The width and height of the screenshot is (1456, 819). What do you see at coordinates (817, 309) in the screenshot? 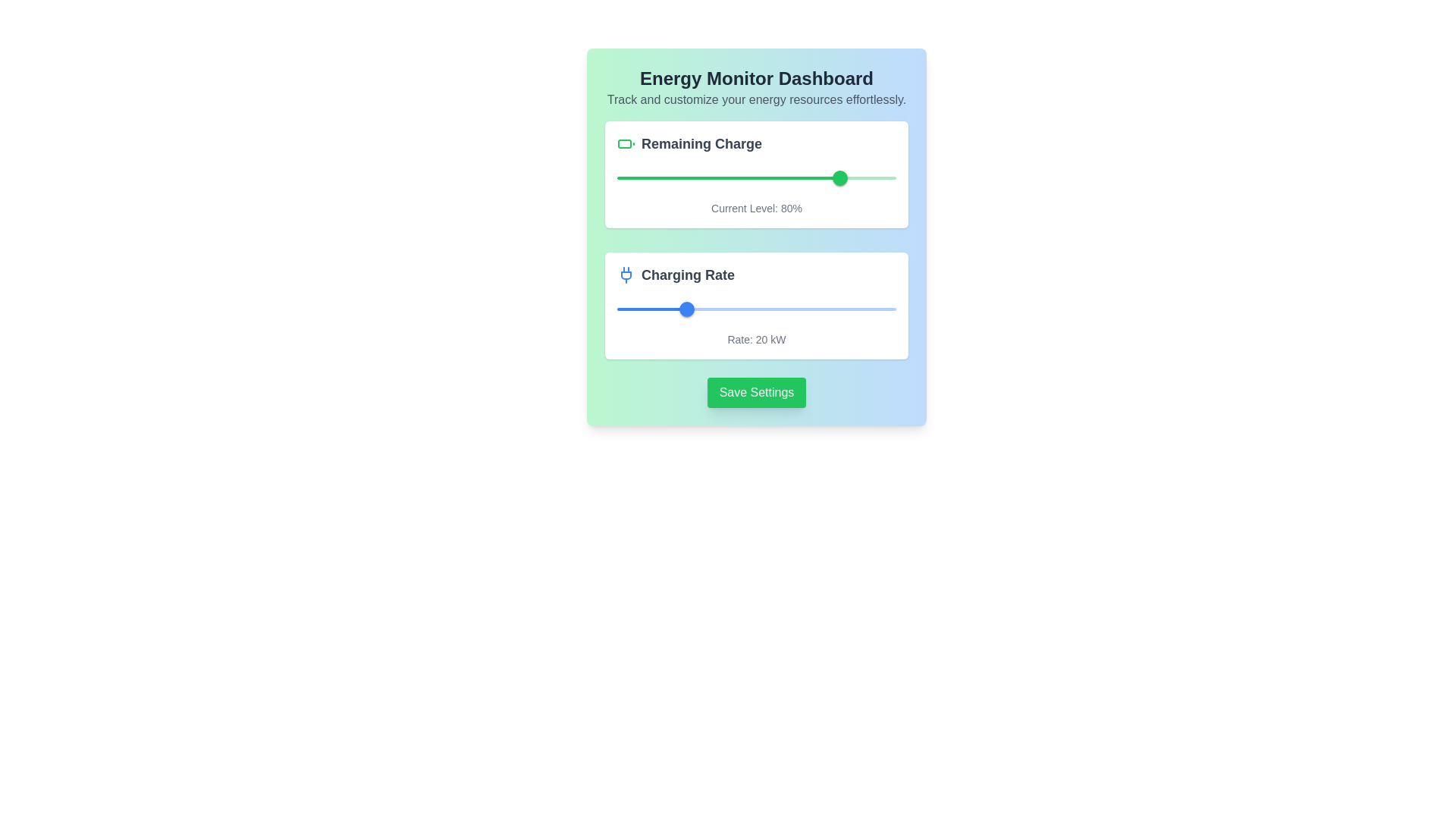
I see `the slider` at bounding box center [817, 309].